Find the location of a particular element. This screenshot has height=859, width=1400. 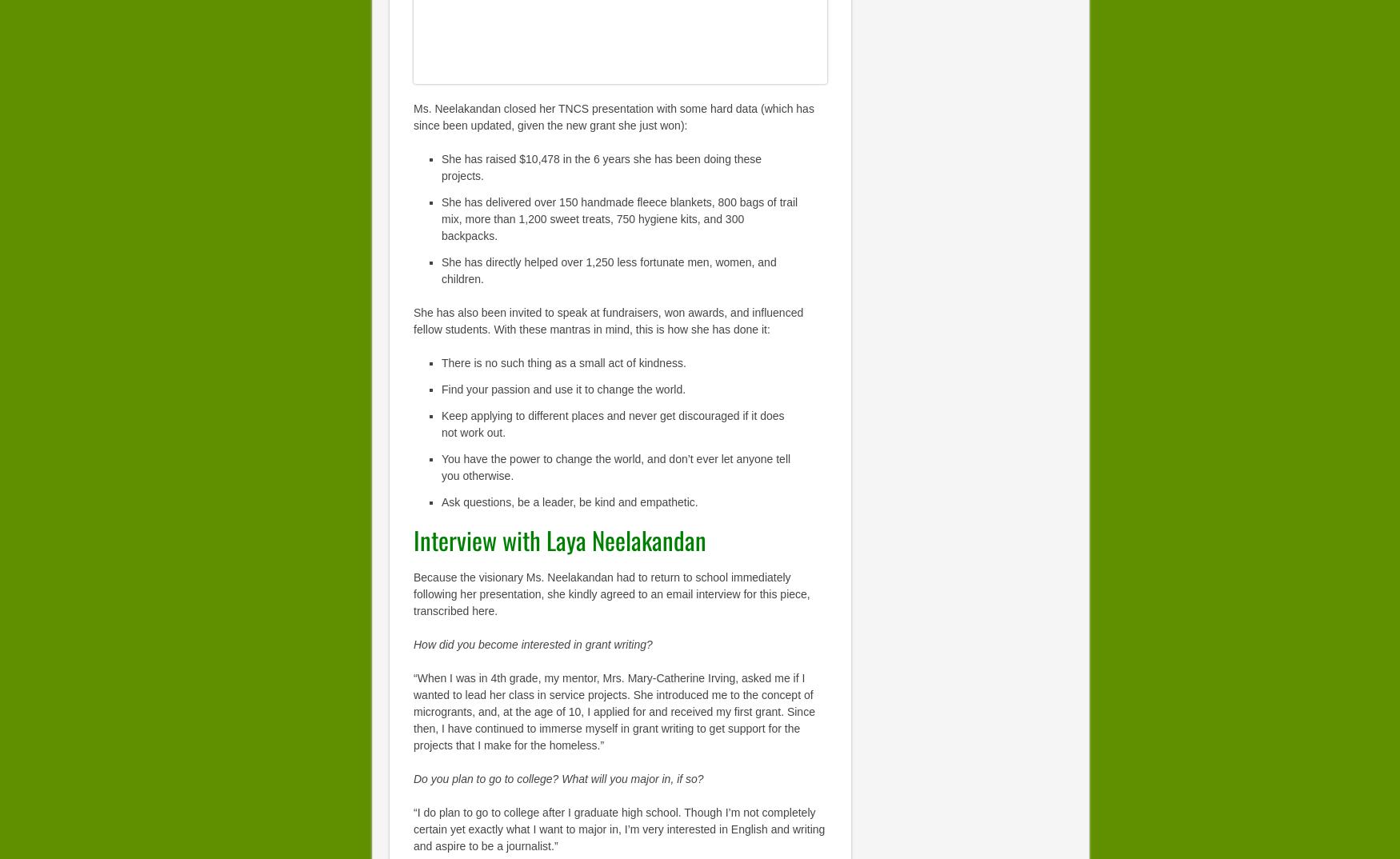

'She has raised $10,478 in the 6 years she has been doing these projects.' is located at coordinates (600, 166).